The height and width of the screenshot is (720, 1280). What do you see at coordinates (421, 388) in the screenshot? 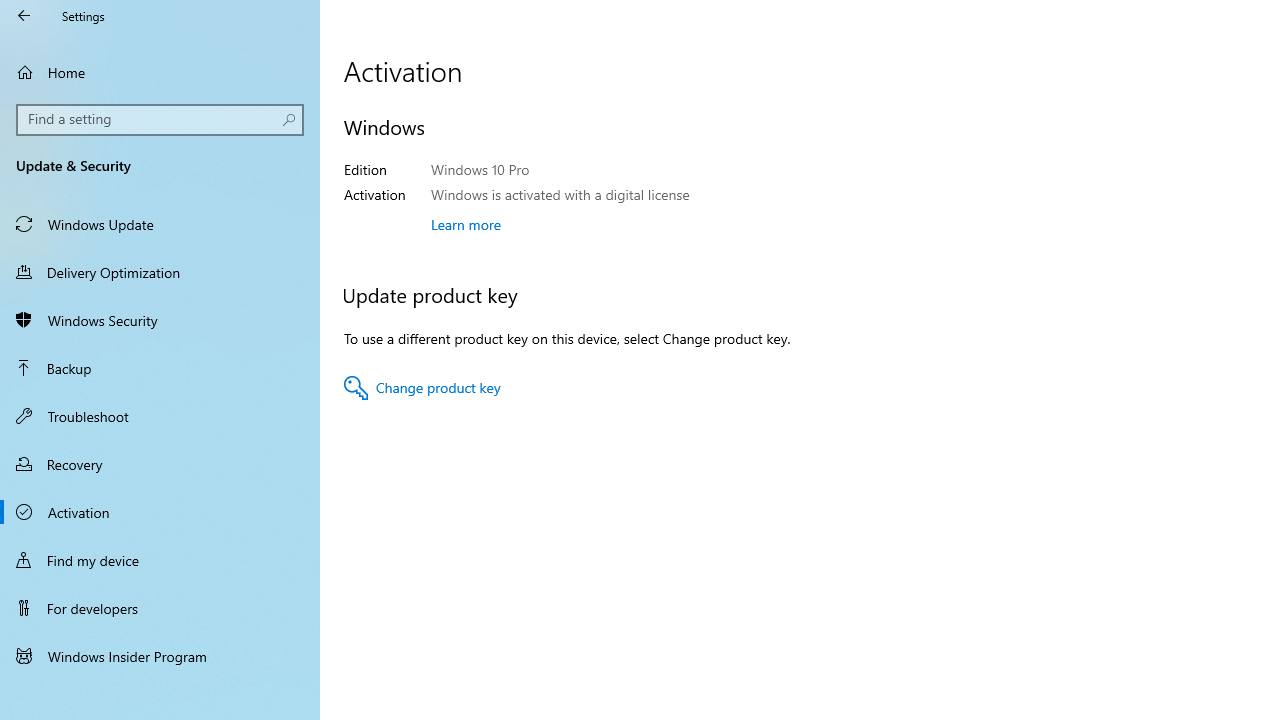
I see `'Change product key'` at bounding box center [421, 388].